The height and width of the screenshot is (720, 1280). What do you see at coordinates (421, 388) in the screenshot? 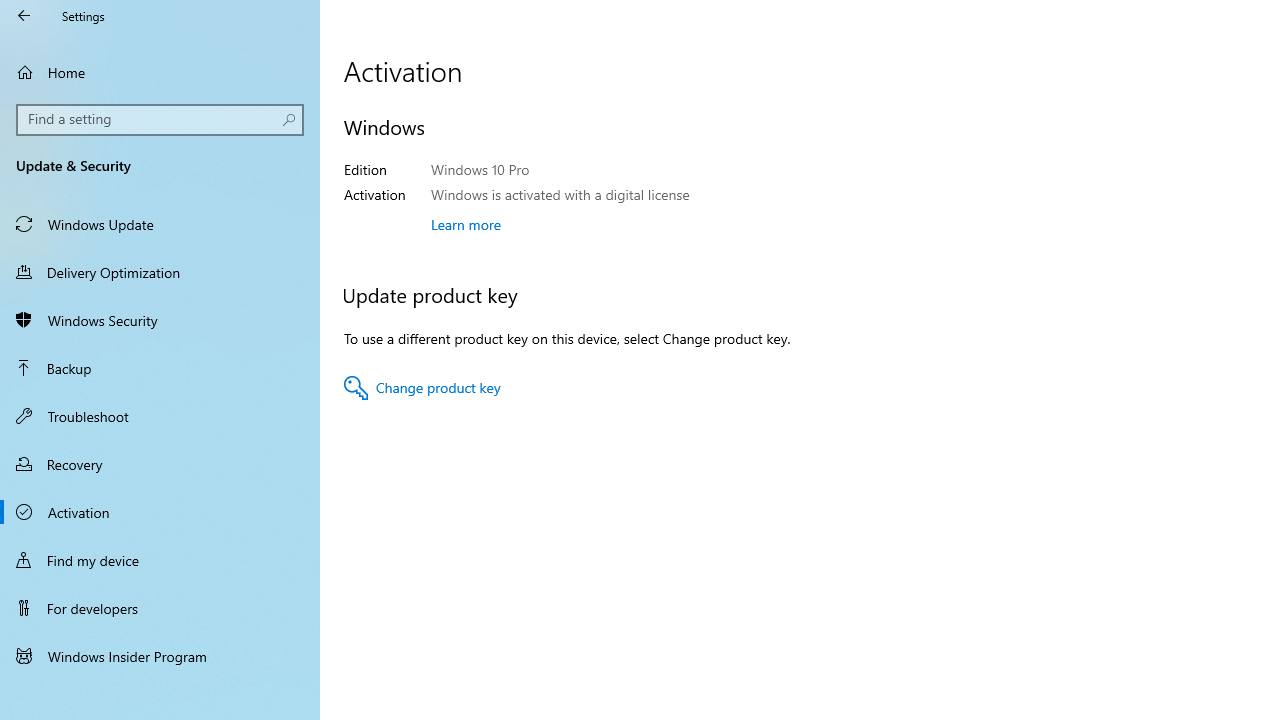
I see `'Change product key'` at bounding box center [421, 388].